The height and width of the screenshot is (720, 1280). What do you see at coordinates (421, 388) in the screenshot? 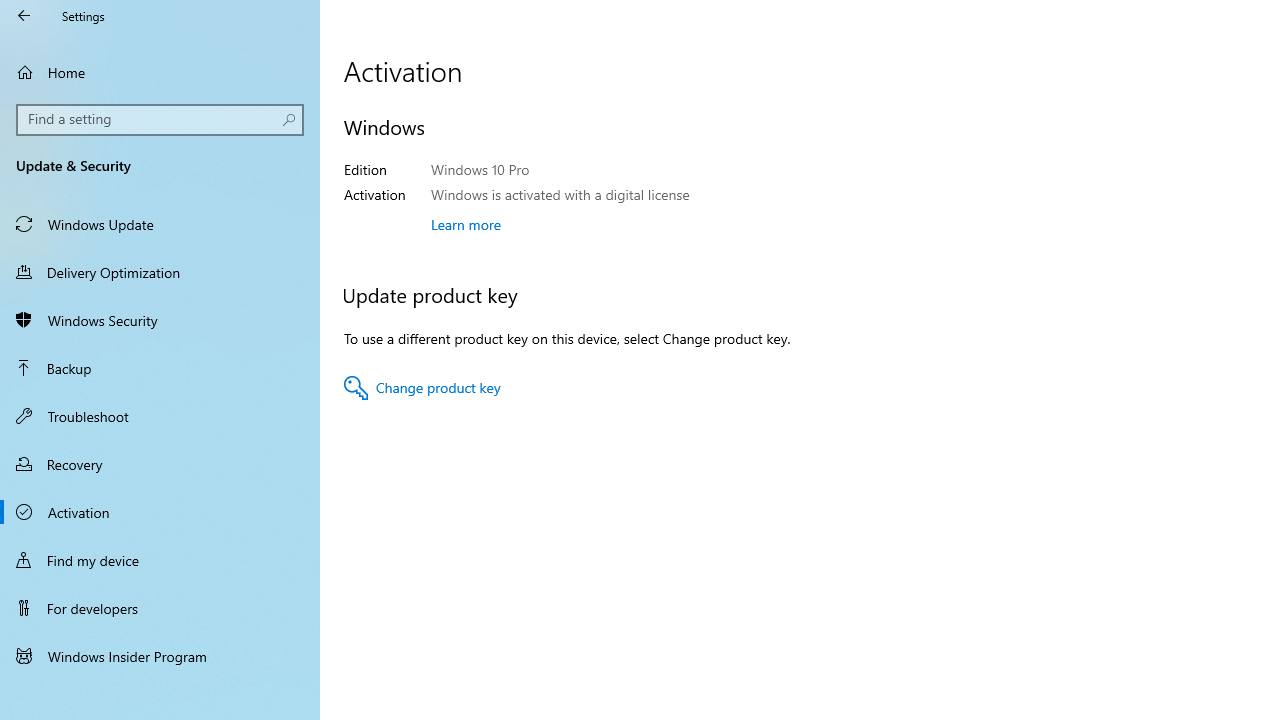
I see `'Change product key'` at bounding box center [421, 388].